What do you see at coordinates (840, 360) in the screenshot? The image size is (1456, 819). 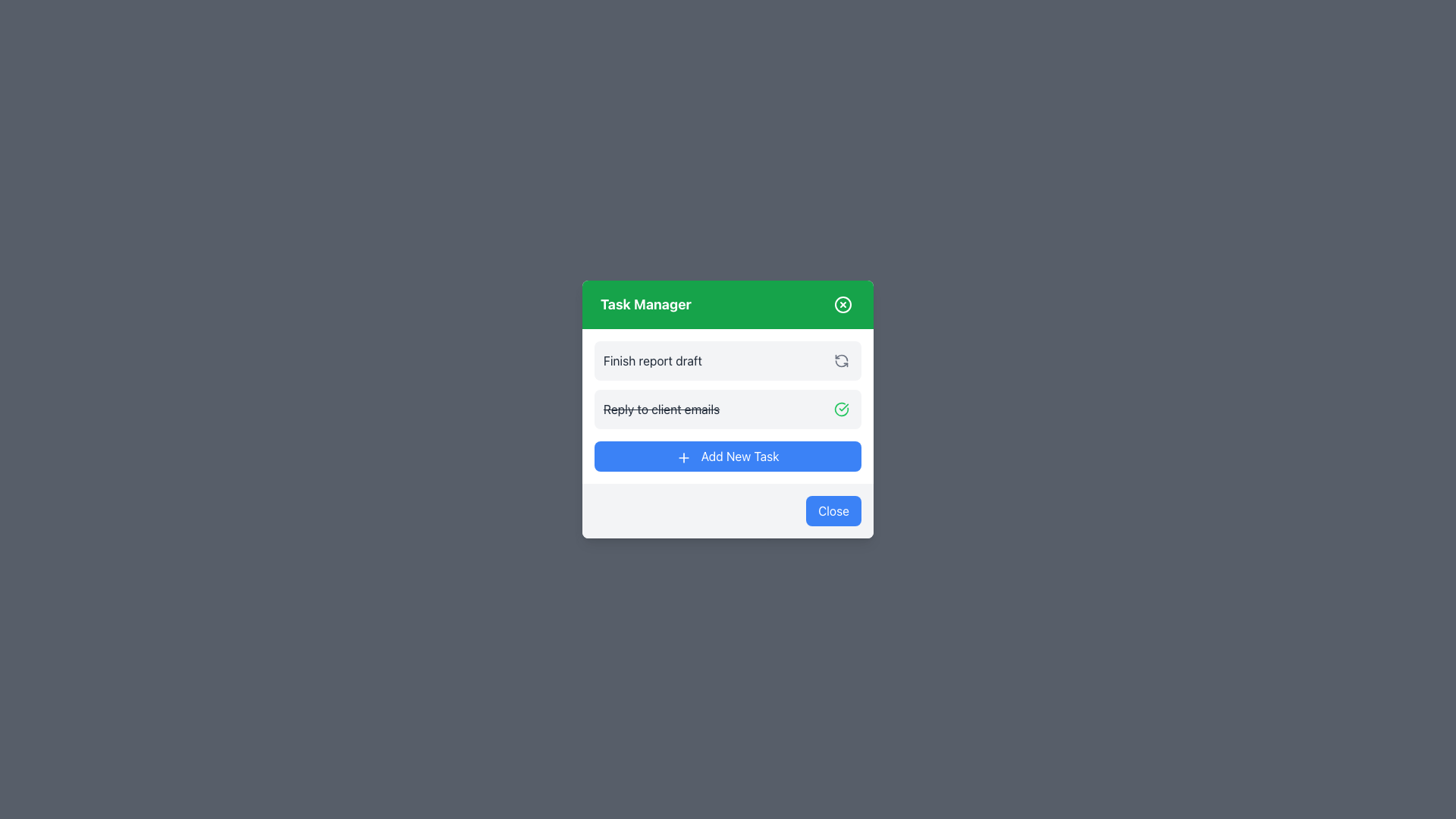 I see `the small gray circular arrow icon representing a refresh action adjacent to the task labeled 'Finish report draft'` at bounding box center [840, 360].